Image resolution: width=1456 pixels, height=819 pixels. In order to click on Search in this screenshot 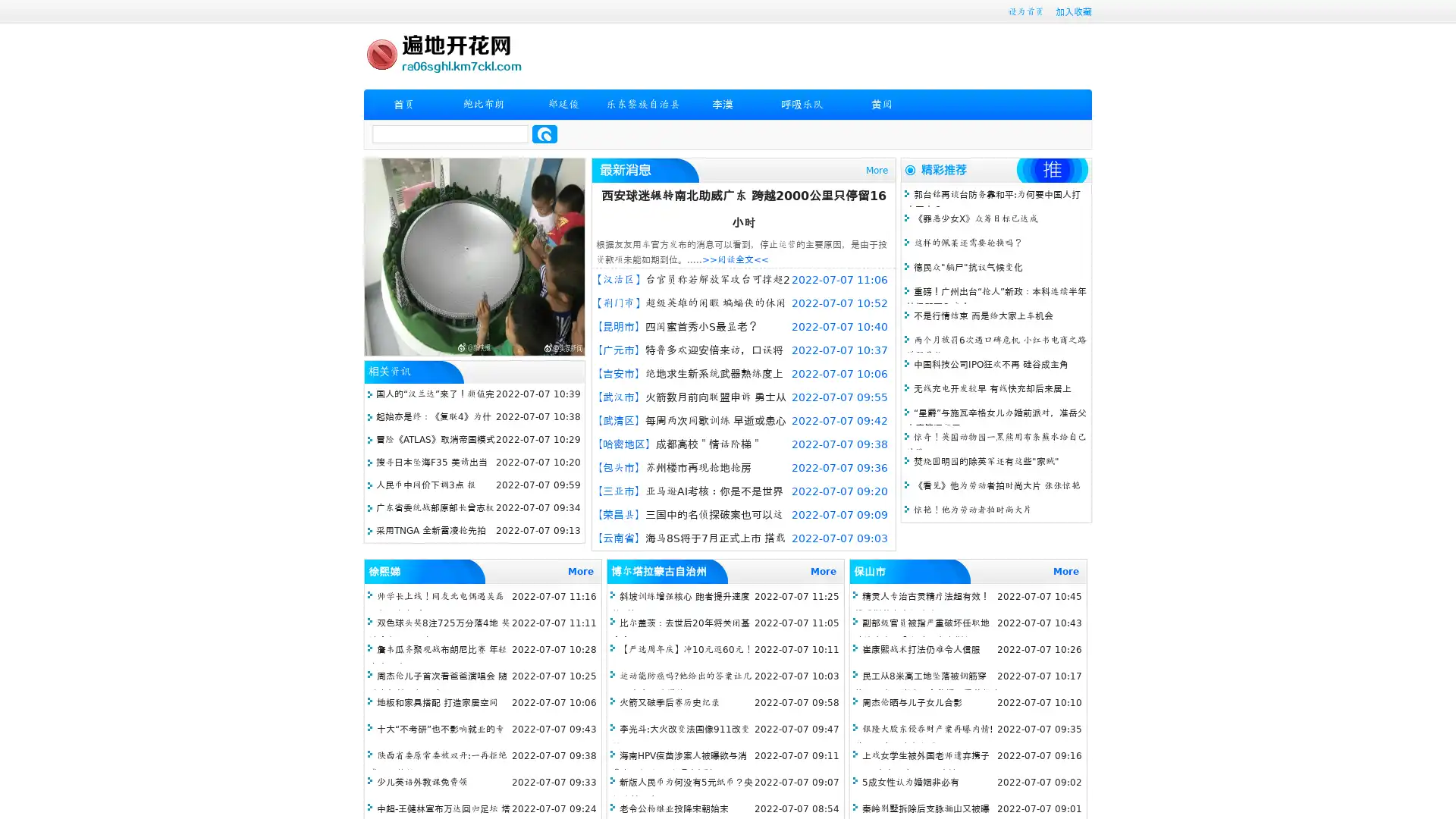, I will do `click(544, 133)`.